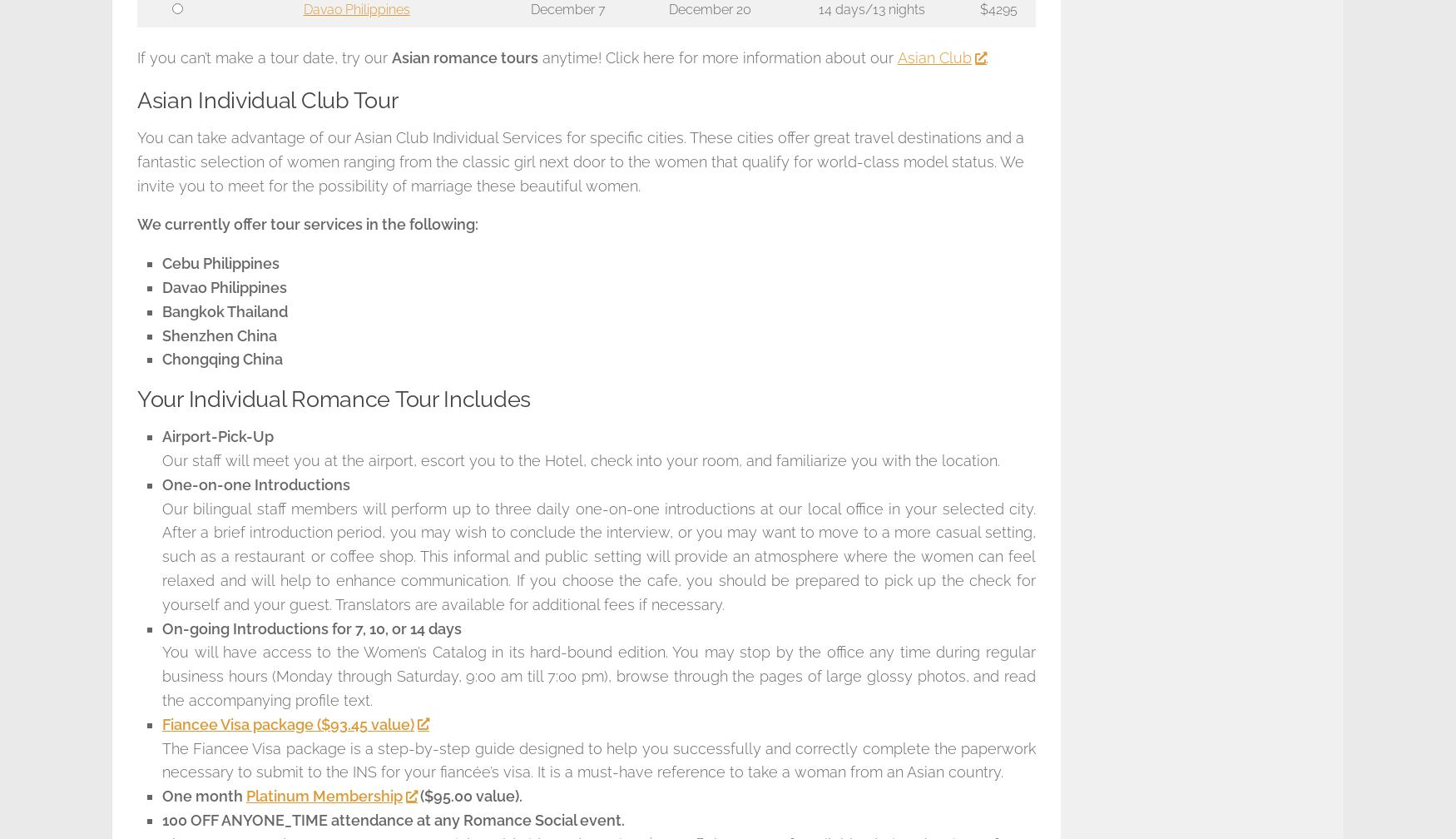  Describe the element at coordinates (307, 224) in the screenshot. I see `'We currently offer tour services in the following:'` at that location.